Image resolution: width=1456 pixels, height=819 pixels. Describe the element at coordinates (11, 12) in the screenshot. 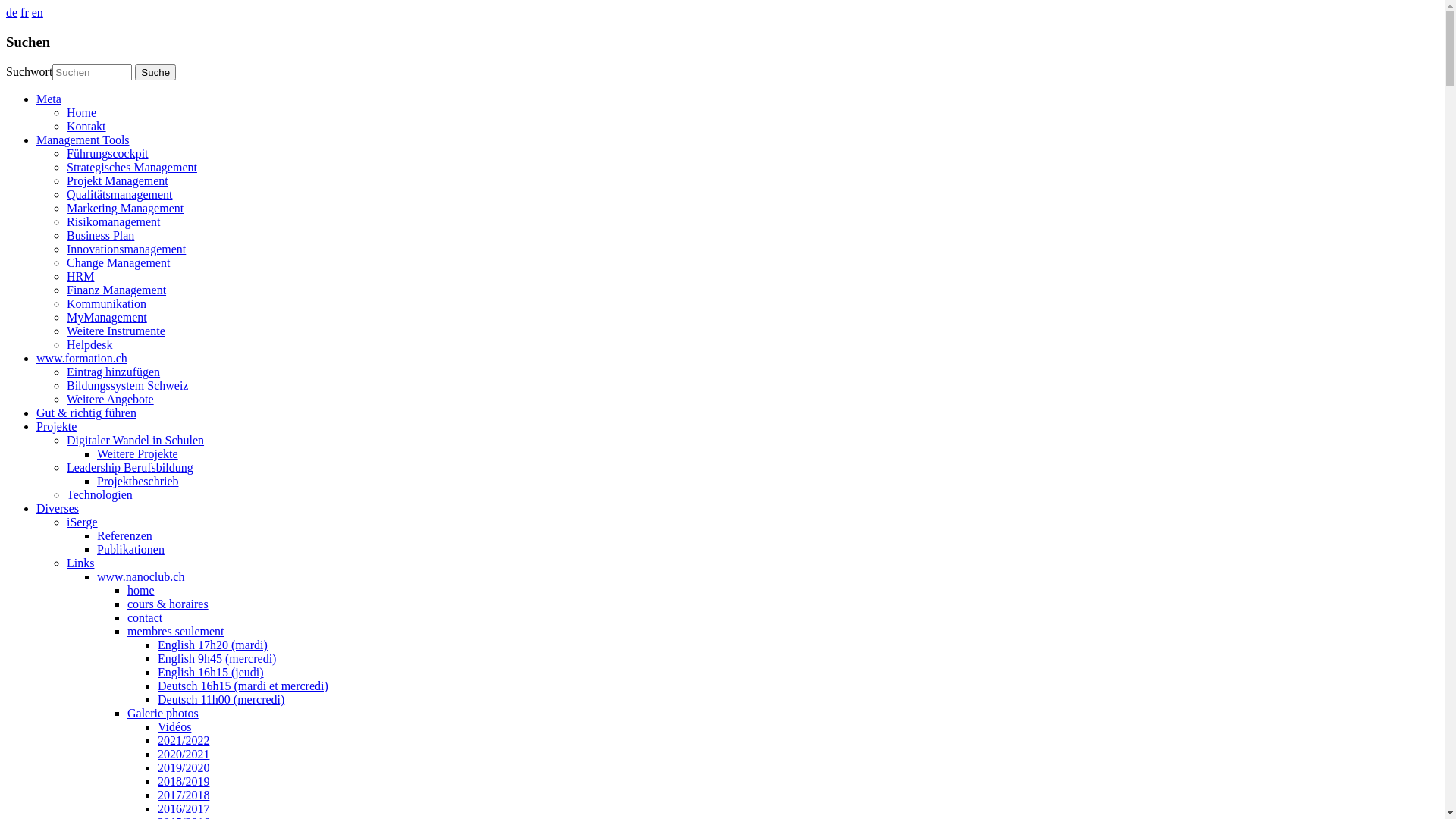

I see `'de'` at that location.